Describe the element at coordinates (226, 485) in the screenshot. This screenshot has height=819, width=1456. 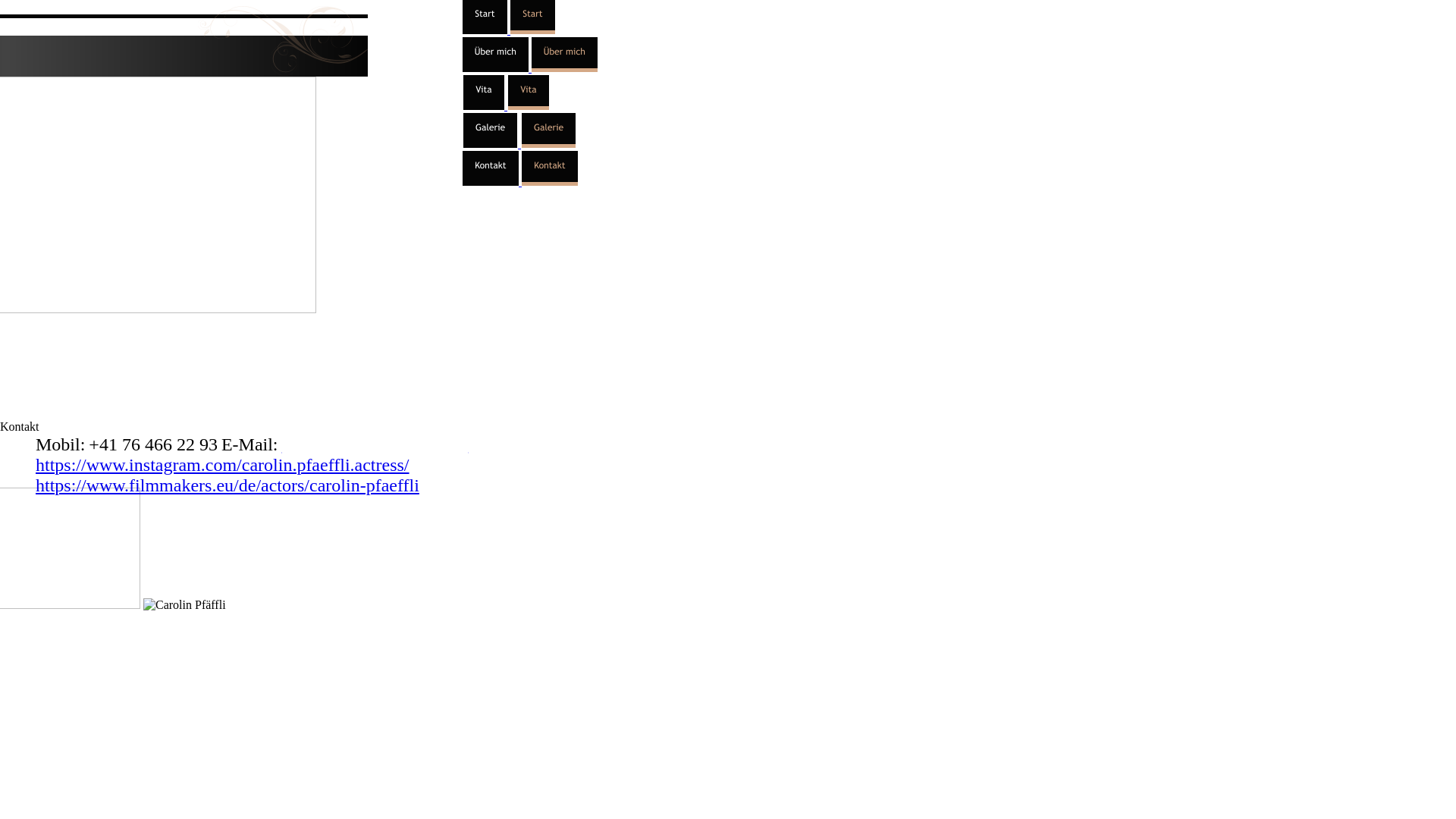
I see `'https://www.filmmakers.eu/de/actors/carolin-pfaeffli'` at that location.